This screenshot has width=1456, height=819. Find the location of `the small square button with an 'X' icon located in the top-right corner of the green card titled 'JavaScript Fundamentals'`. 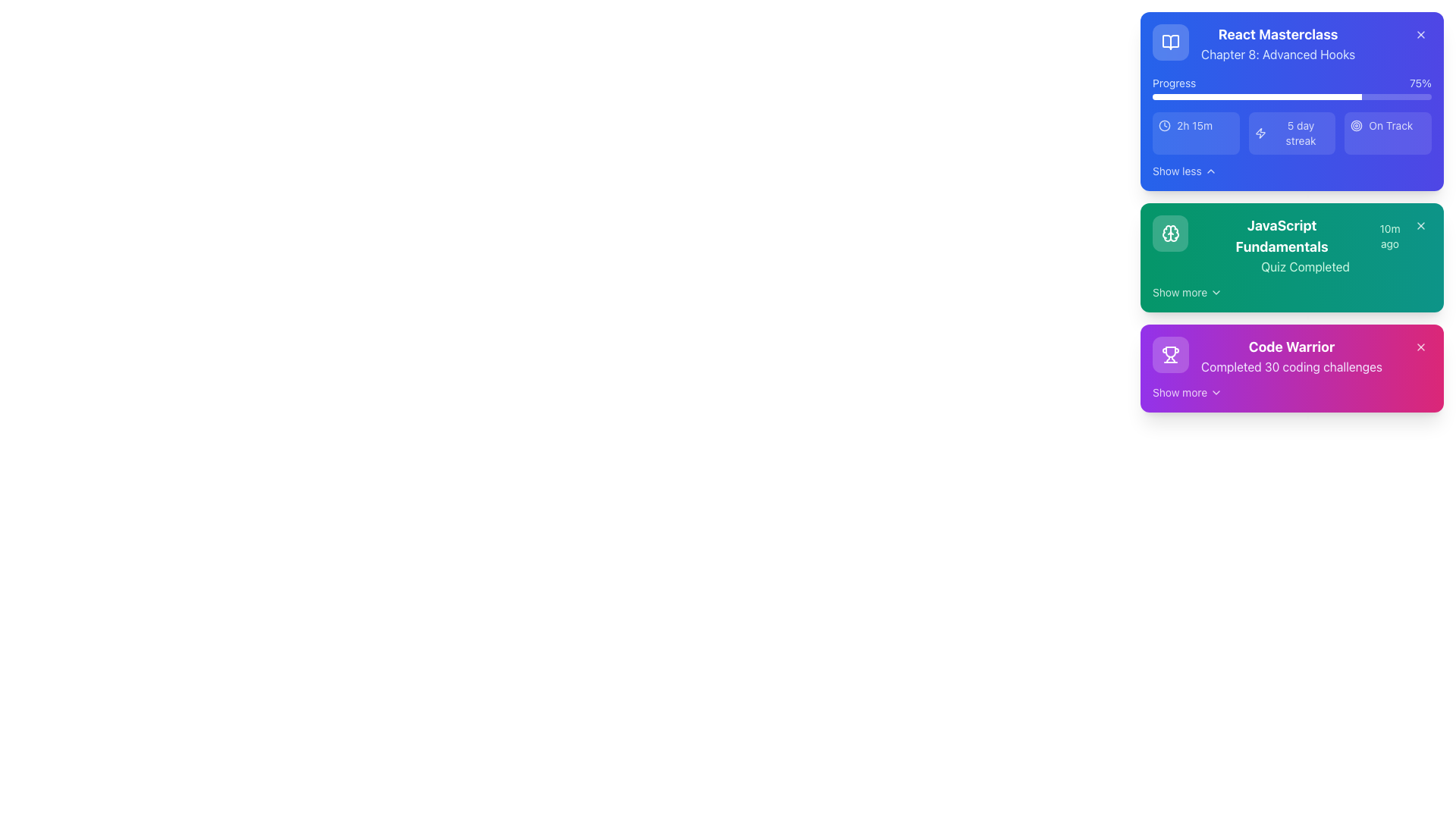

the small square button with an 'X' icon located in the top-right corner of the green card titled 'JavaScript Fundamentals' is located at coordinates (1420, 225).